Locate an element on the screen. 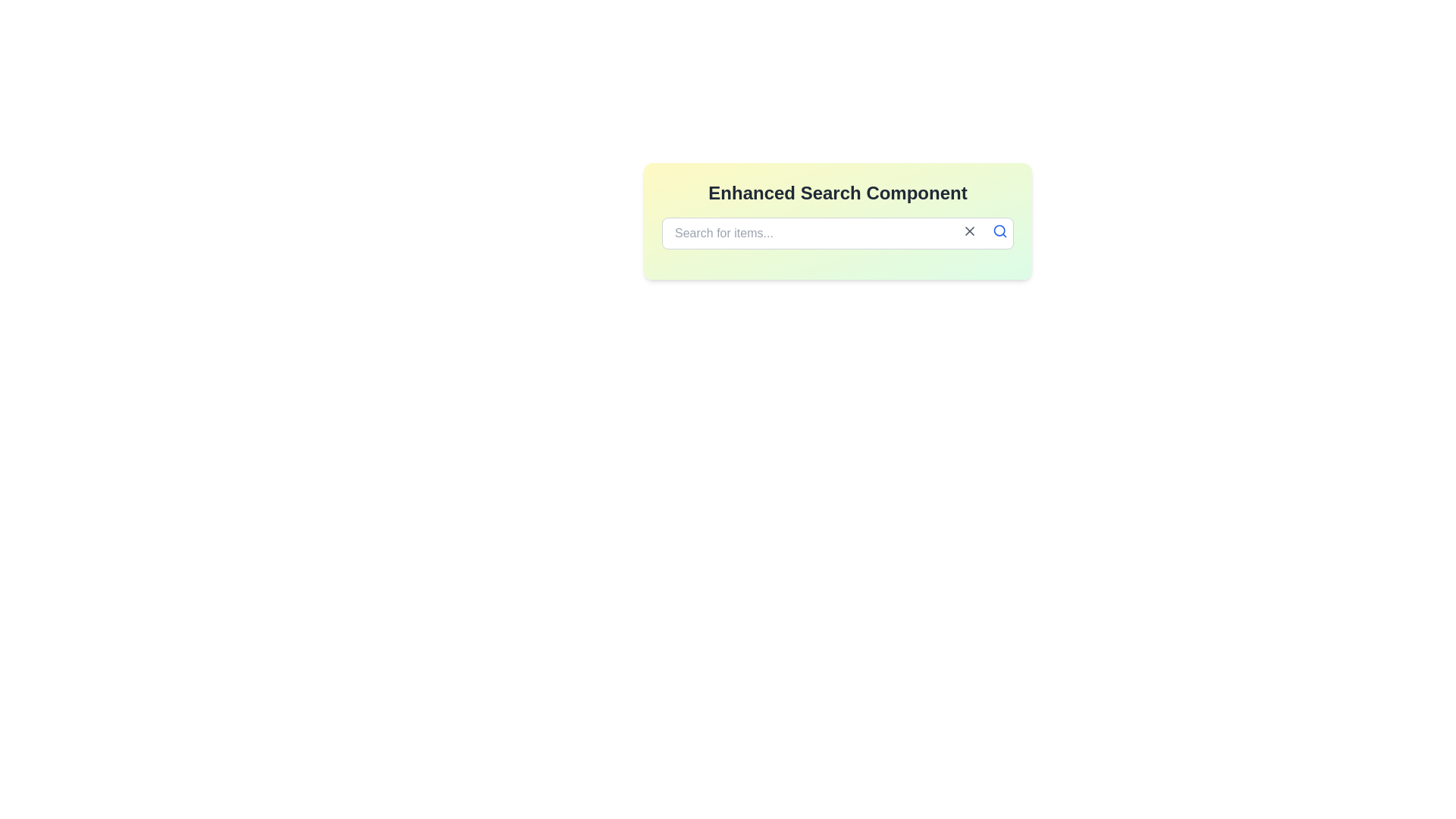 The image size is (1456, 819). the circular lens of the magnifying glass icon, which is part of the search button located at the top right corner of the search field is located at coordinates (999, 231).